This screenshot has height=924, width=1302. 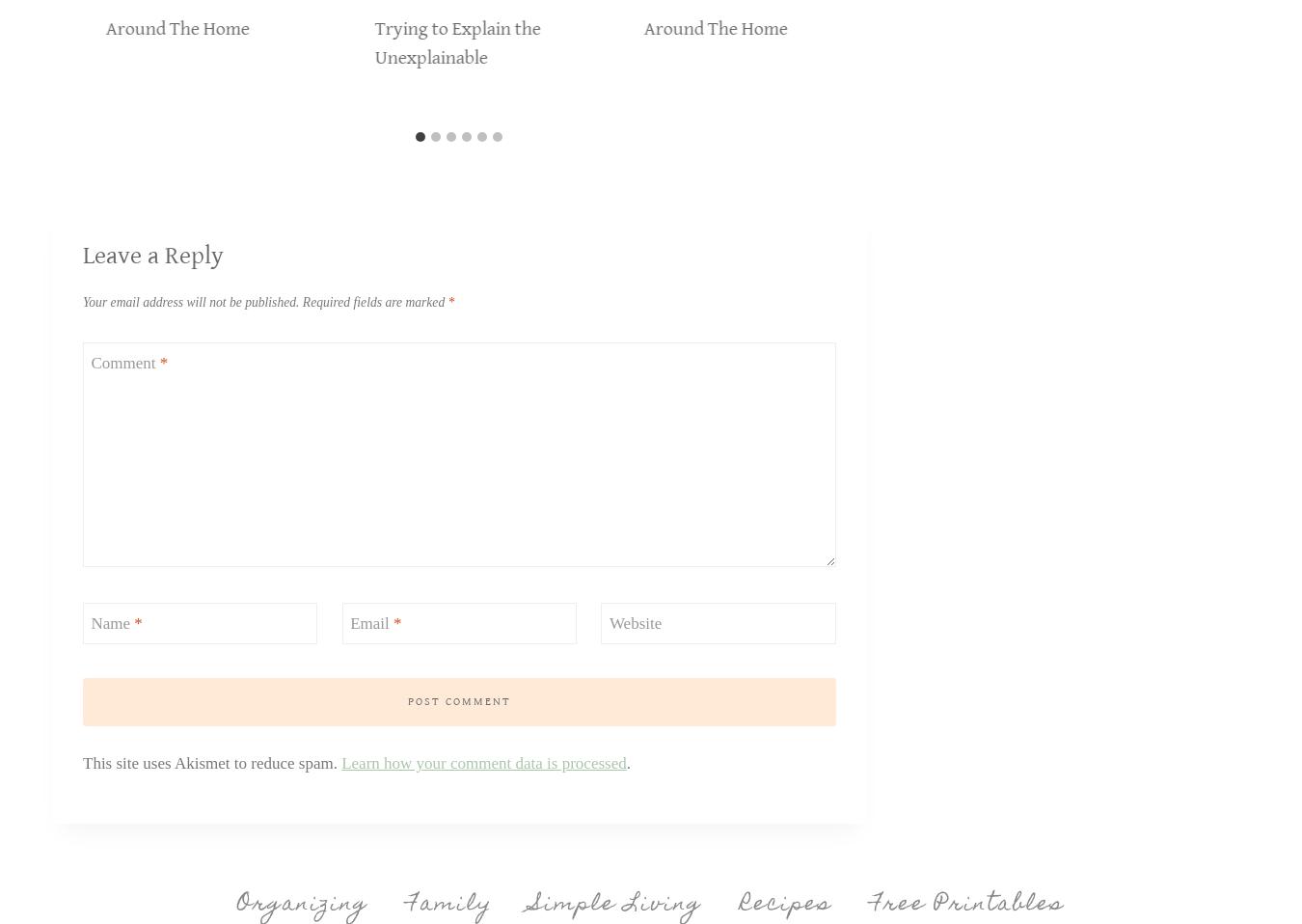 I want to click on 'Email', so click(x=371, y=622).